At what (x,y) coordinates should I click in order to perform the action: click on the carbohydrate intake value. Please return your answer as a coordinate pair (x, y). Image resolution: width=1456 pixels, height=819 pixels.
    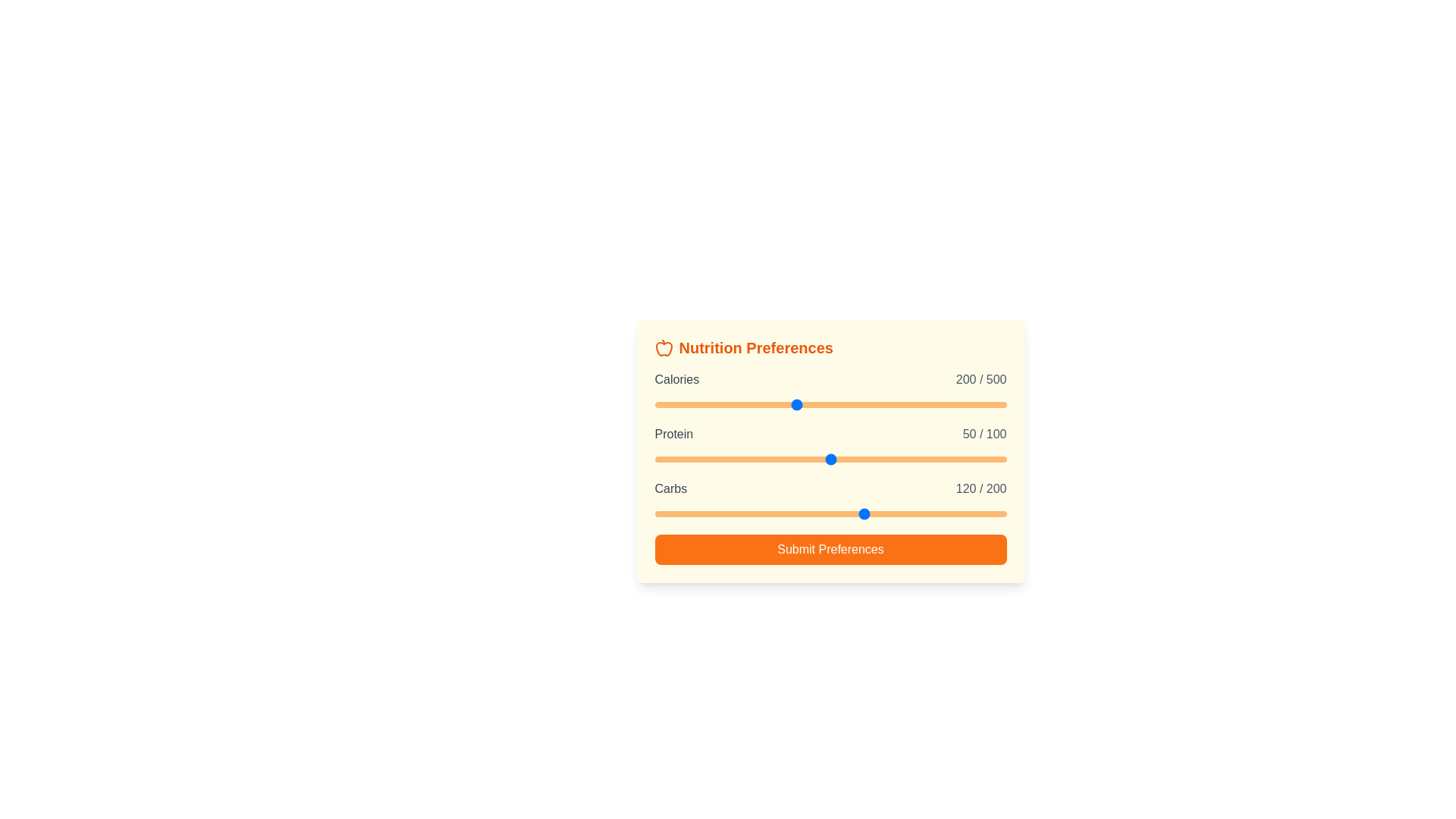
    Looking at the image, I should click on (843, 513).